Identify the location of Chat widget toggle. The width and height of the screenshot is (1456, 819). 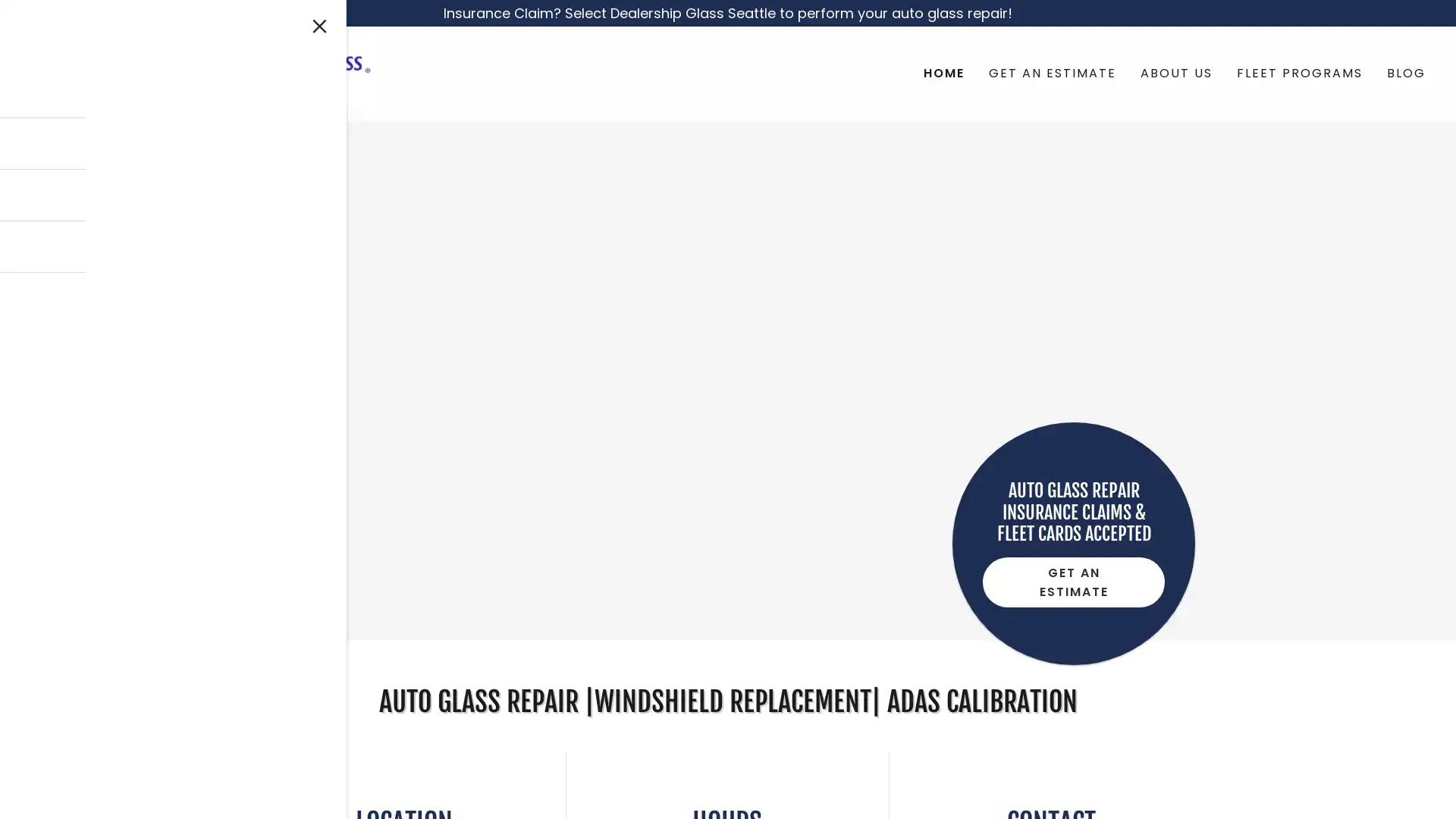
(1416, 780).